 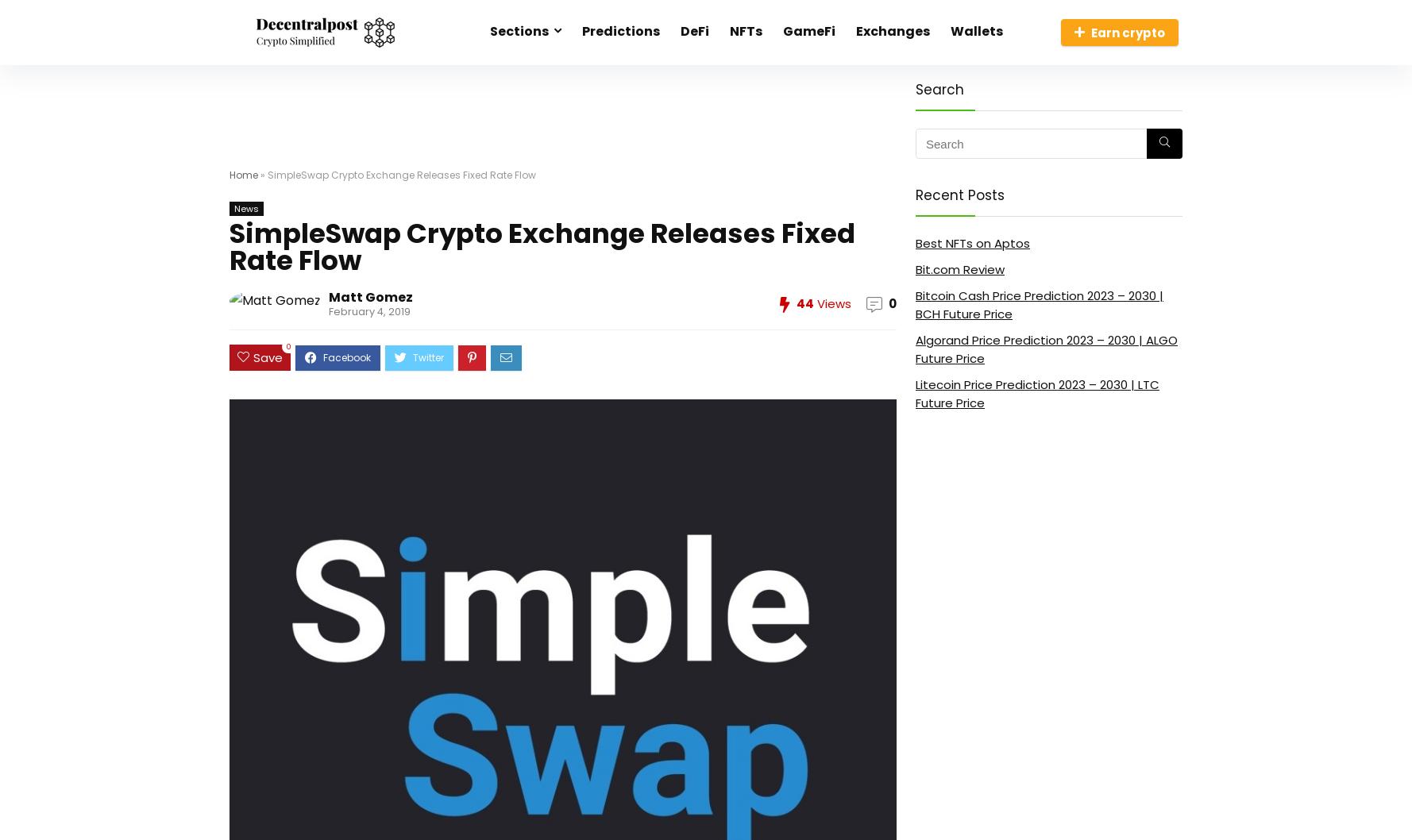 What do you see at coordinates (746, 31) in the screenshot?
I see `'NFTs'` at bounding box center [746, 31].